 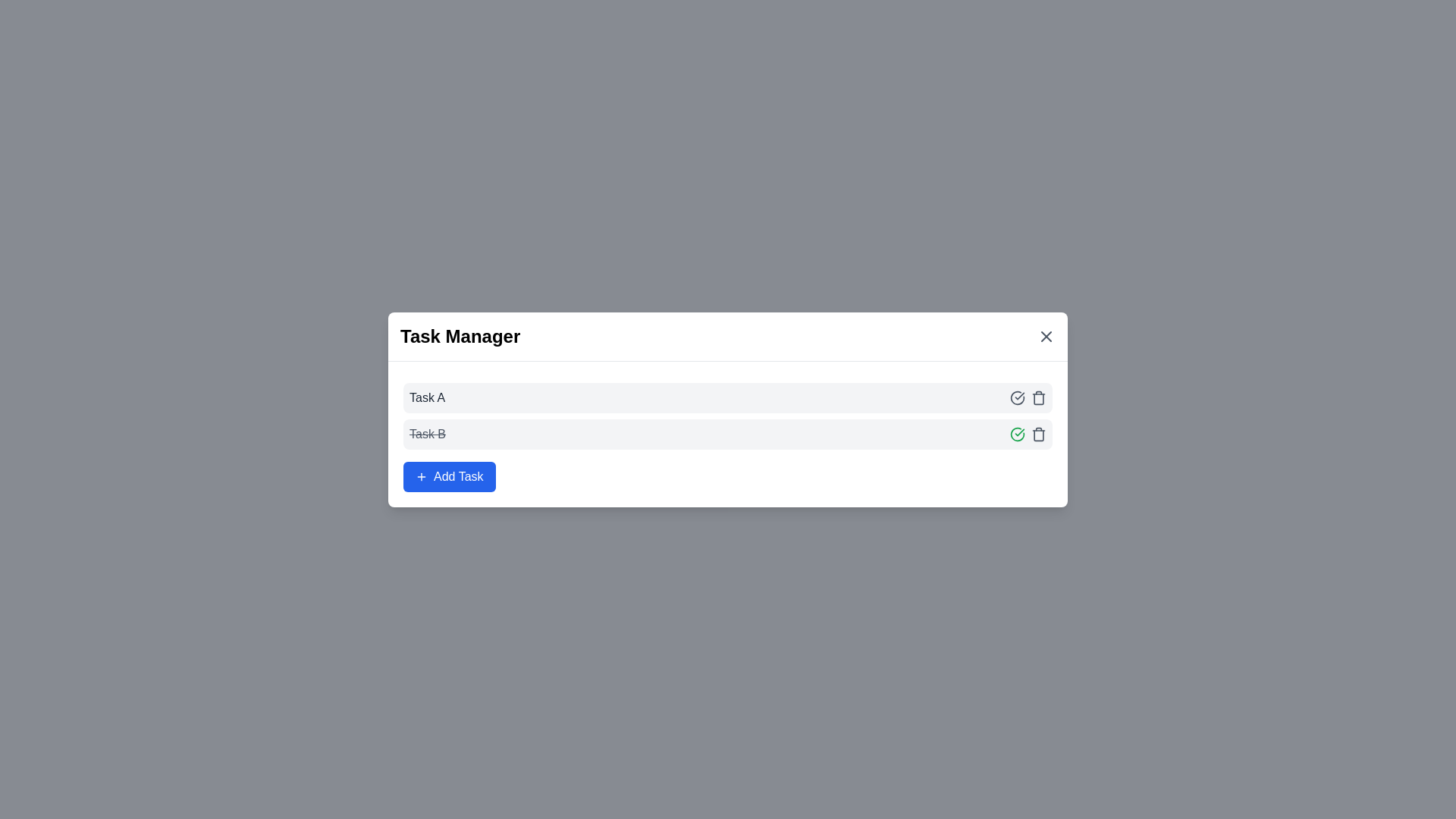 I want to click on the trash can icon button located in the top-right corner of 'Task A' in the task manager interface to trigger the color change to red as a visual cue, so click(x=1037, y=397).